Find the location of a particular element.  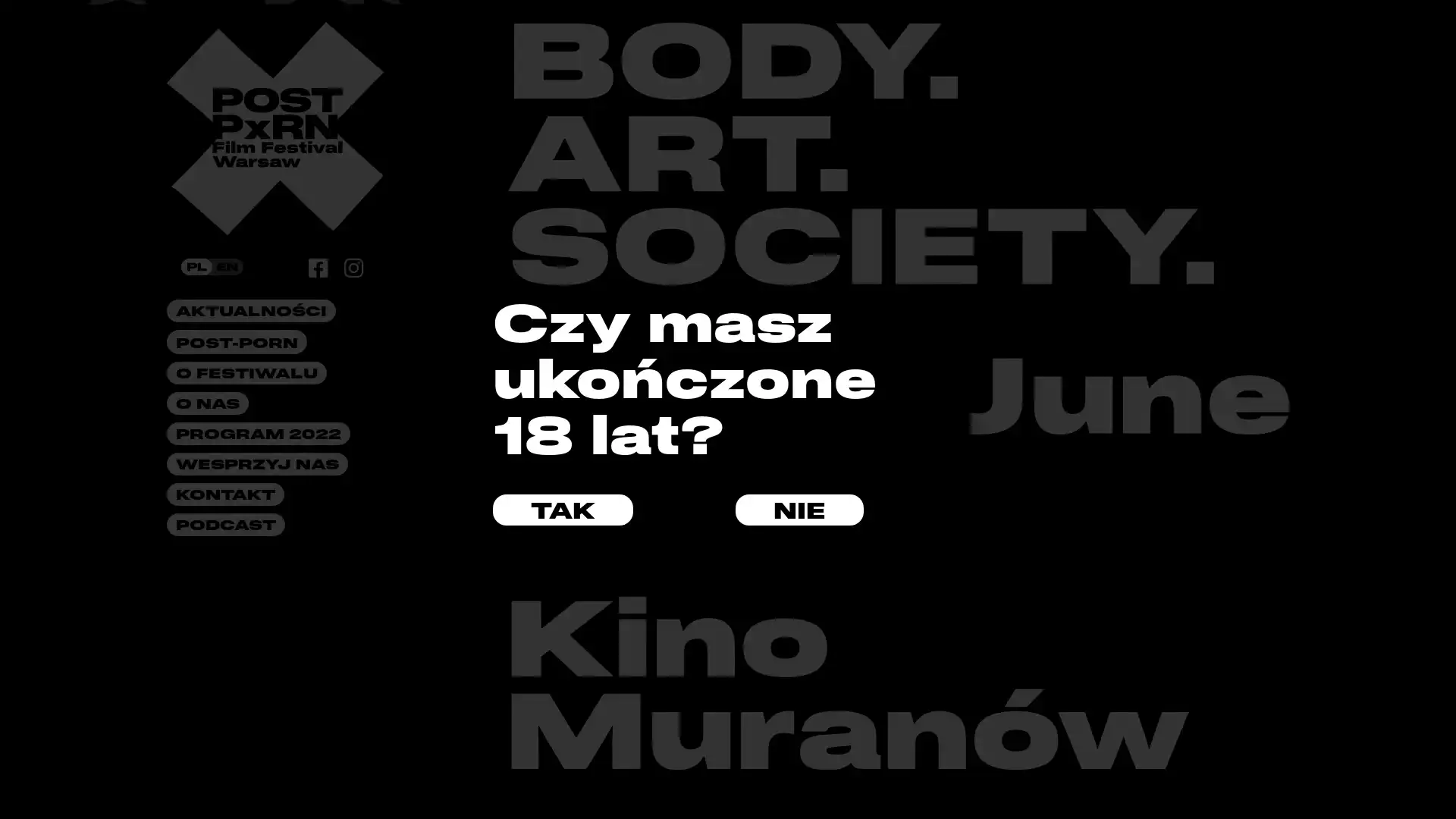

AKTUALNOSCI is located at coordinates (251, 309).